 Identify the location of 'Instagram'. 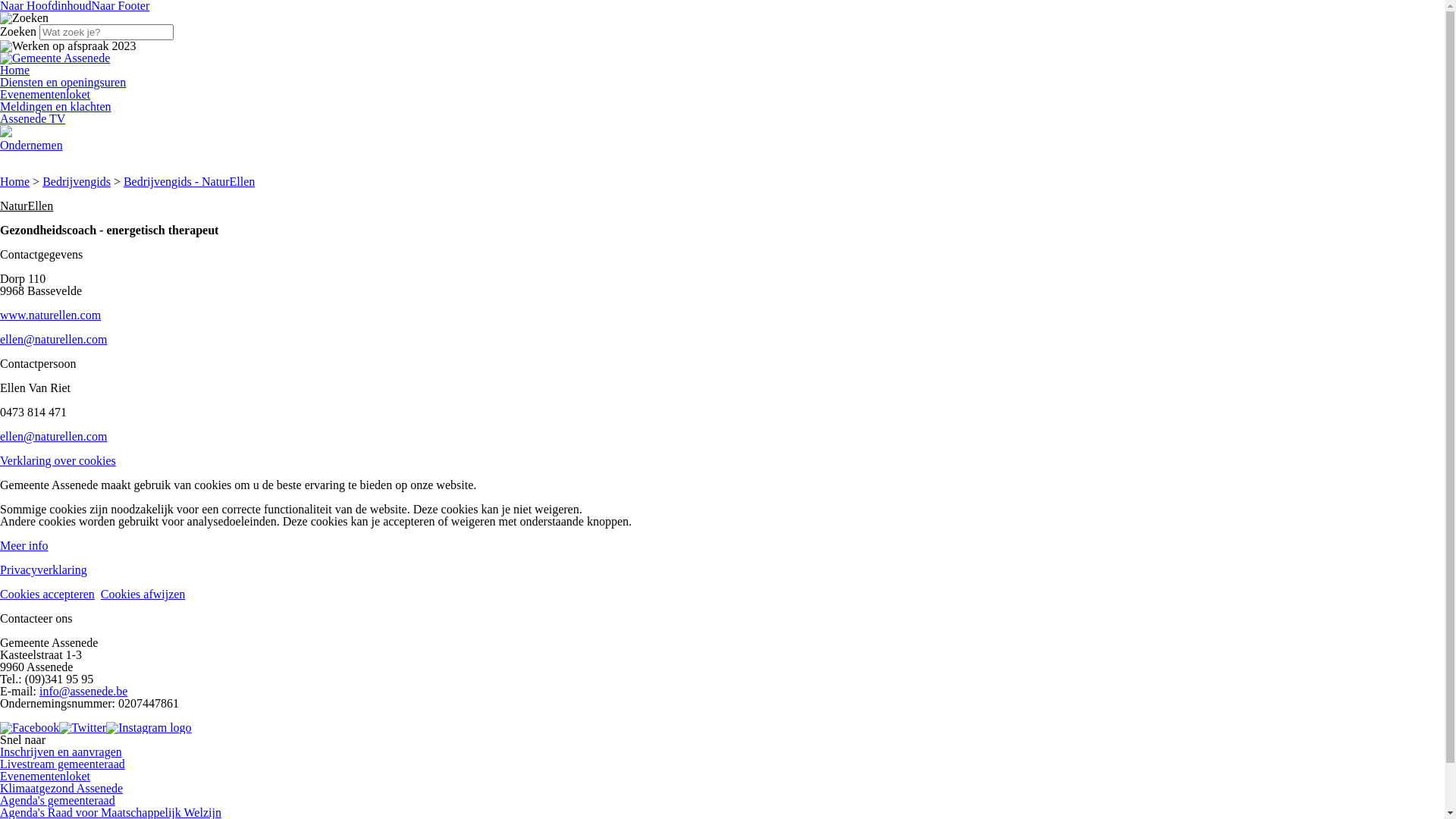
(149, 726).